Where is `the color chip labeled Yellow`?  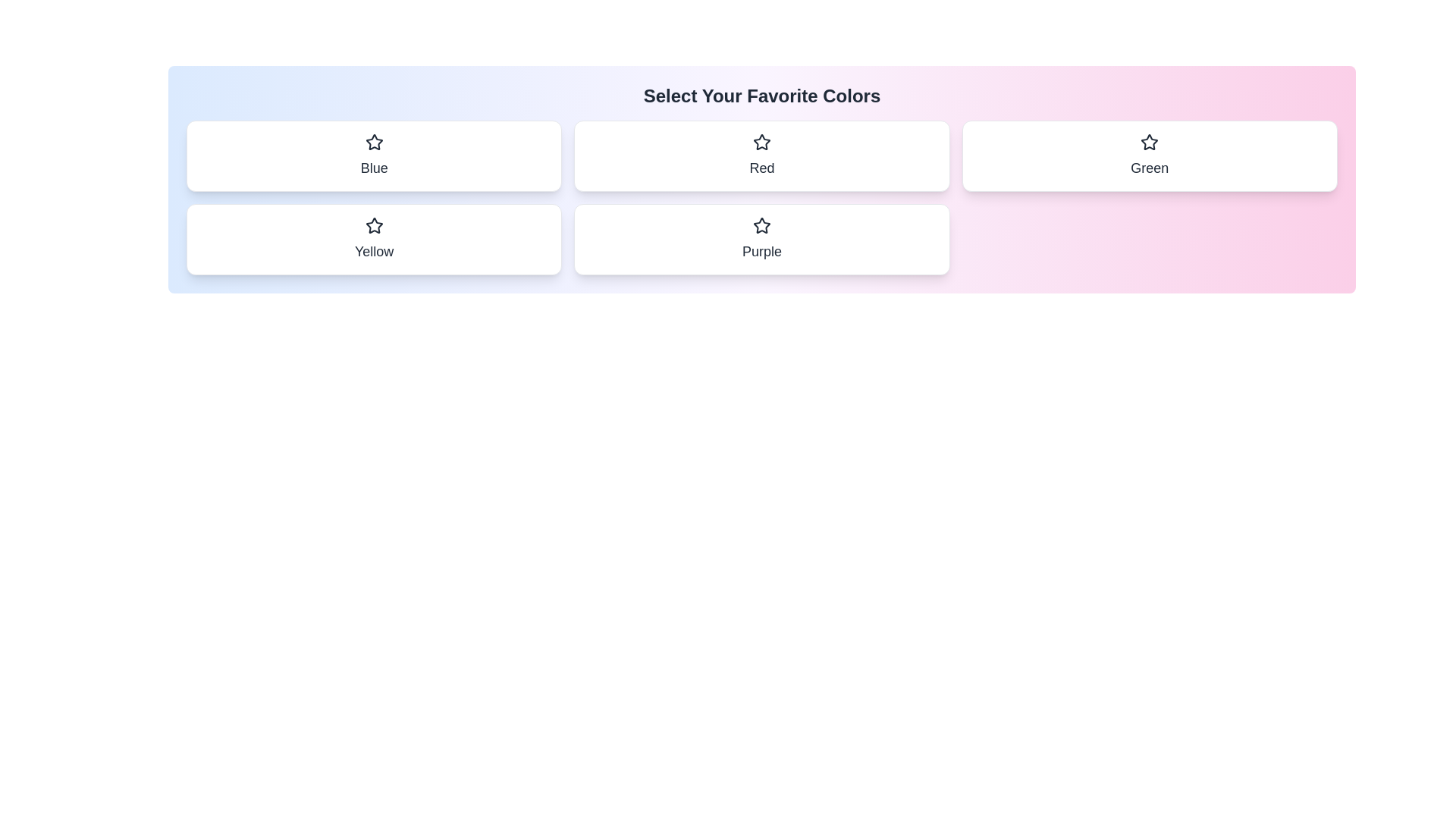 the color chip labeled Yellow is located at coordinates (374, 239).